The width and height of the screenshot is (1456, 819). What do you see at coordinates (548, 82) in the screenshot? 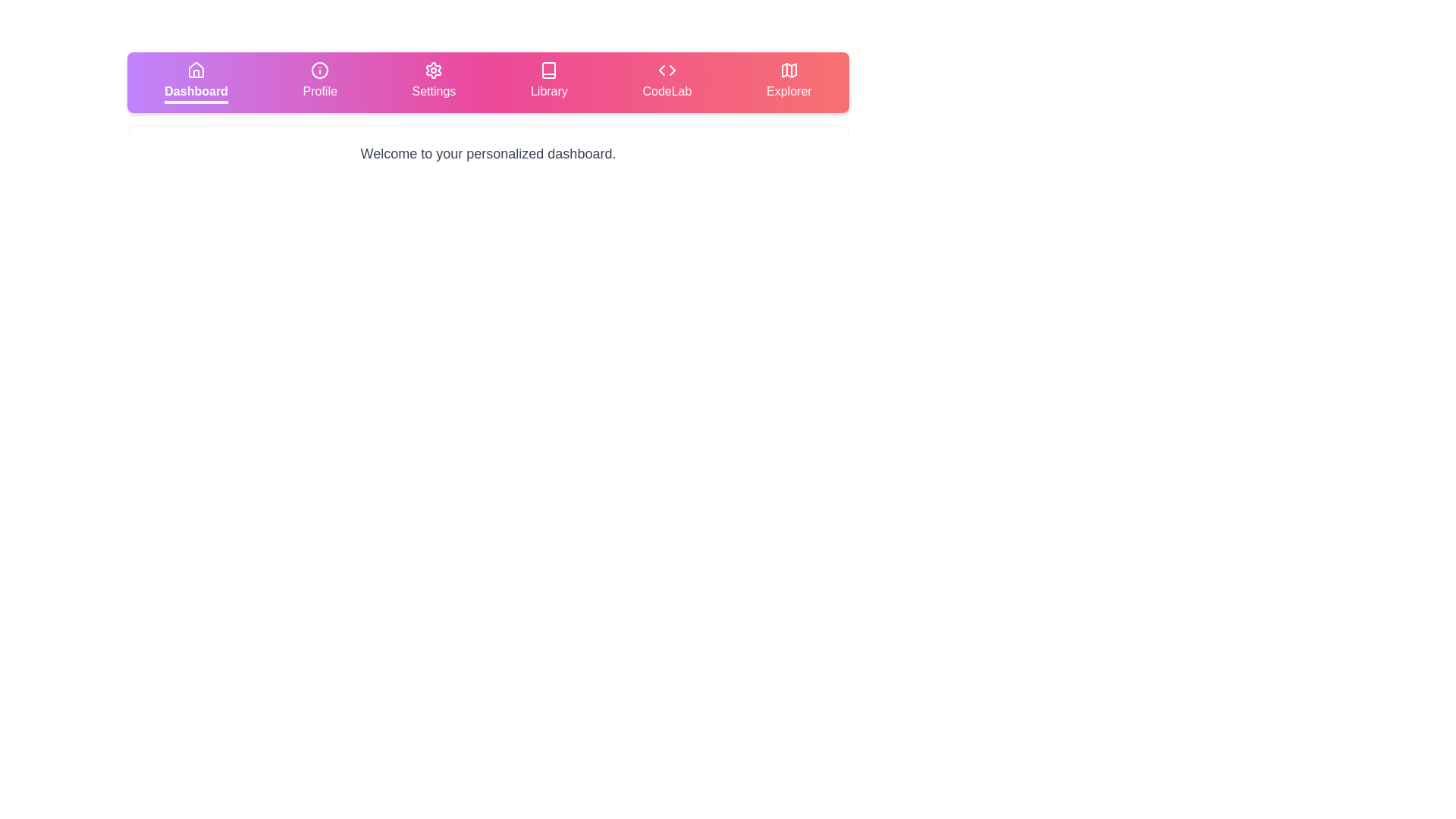
I see `the tab labeled Library to display its content` at bounding box center [548, 82].